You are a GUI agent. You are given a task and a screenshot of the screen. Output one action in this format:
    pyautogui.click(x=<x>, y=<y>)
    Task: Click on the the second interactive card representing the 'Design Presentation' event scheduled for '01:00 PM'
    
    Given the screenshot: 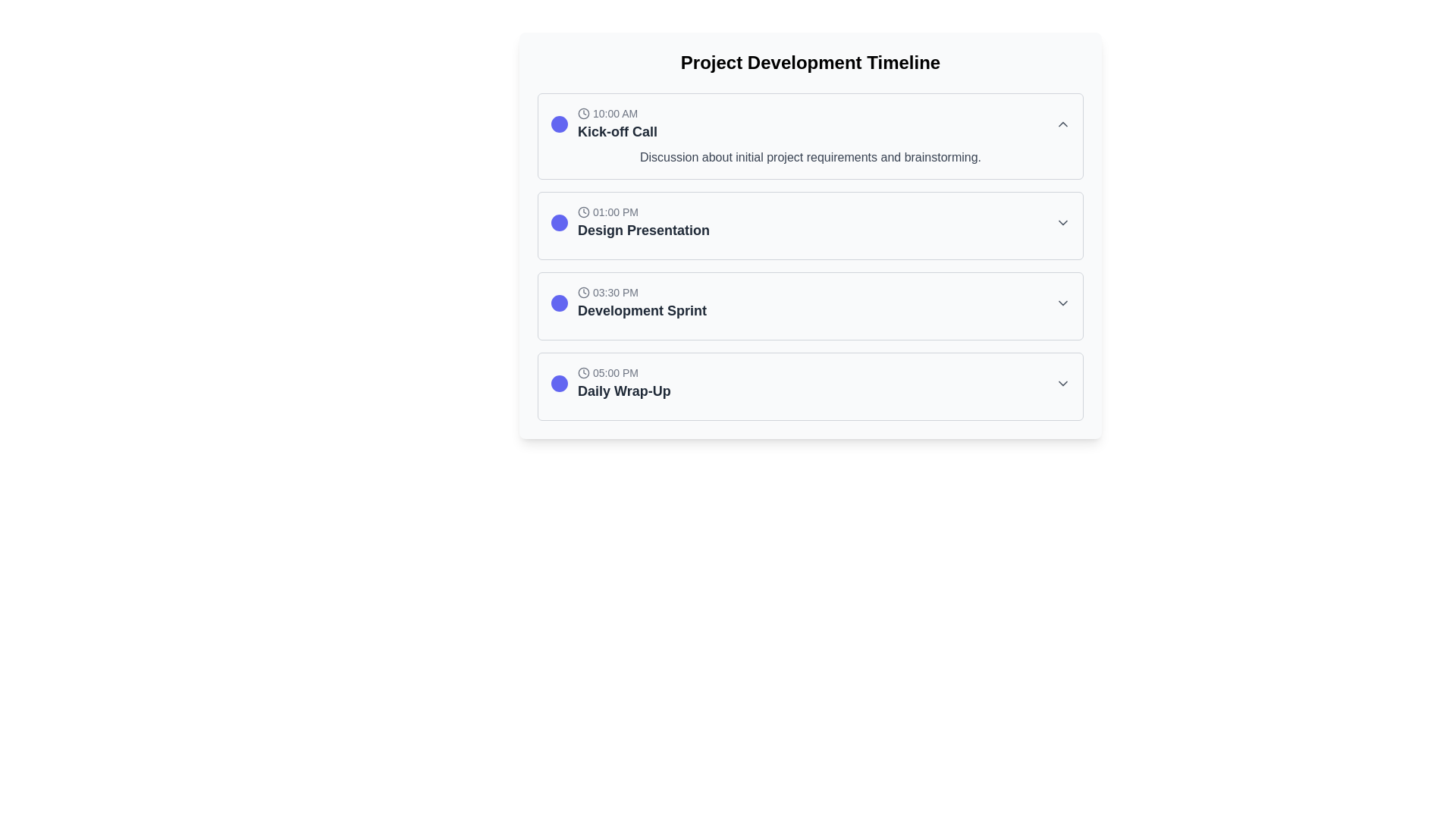 What is the action you would take?
    pyautogui.click(x=810, y=236)
    